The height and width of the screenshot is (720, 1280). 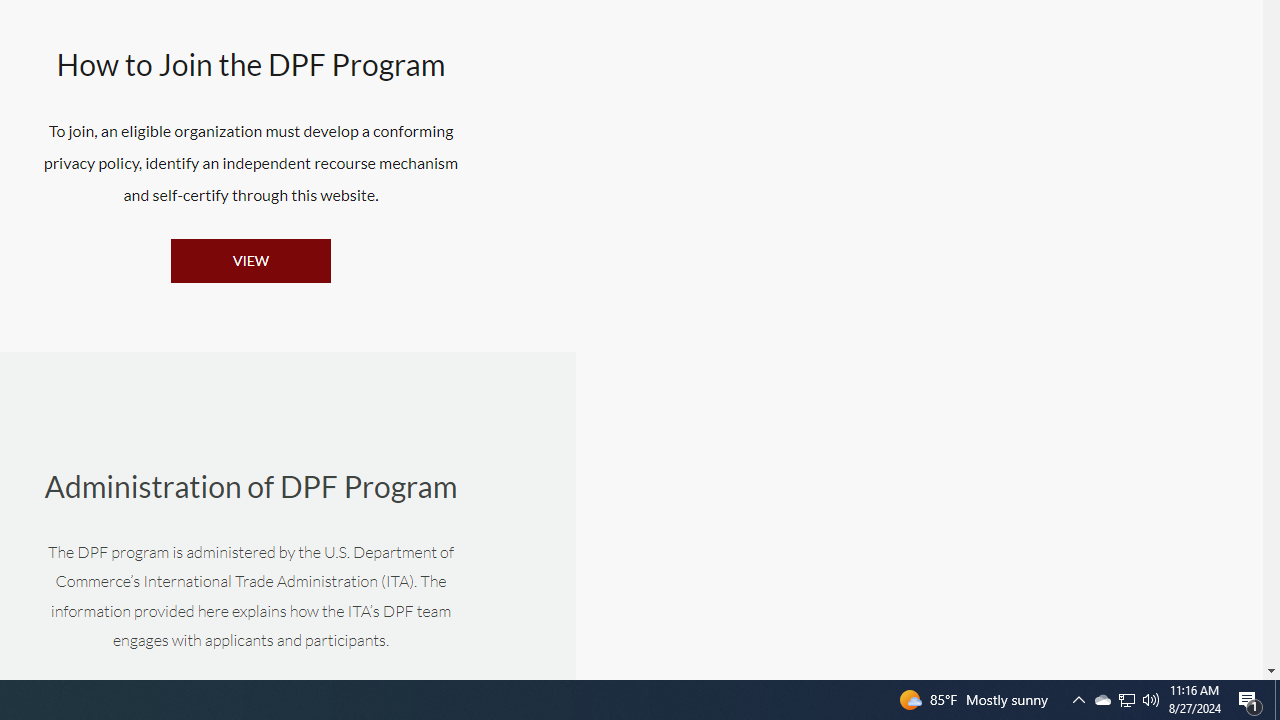 I want to click on 'VIEW', so click(x=250, y=259).